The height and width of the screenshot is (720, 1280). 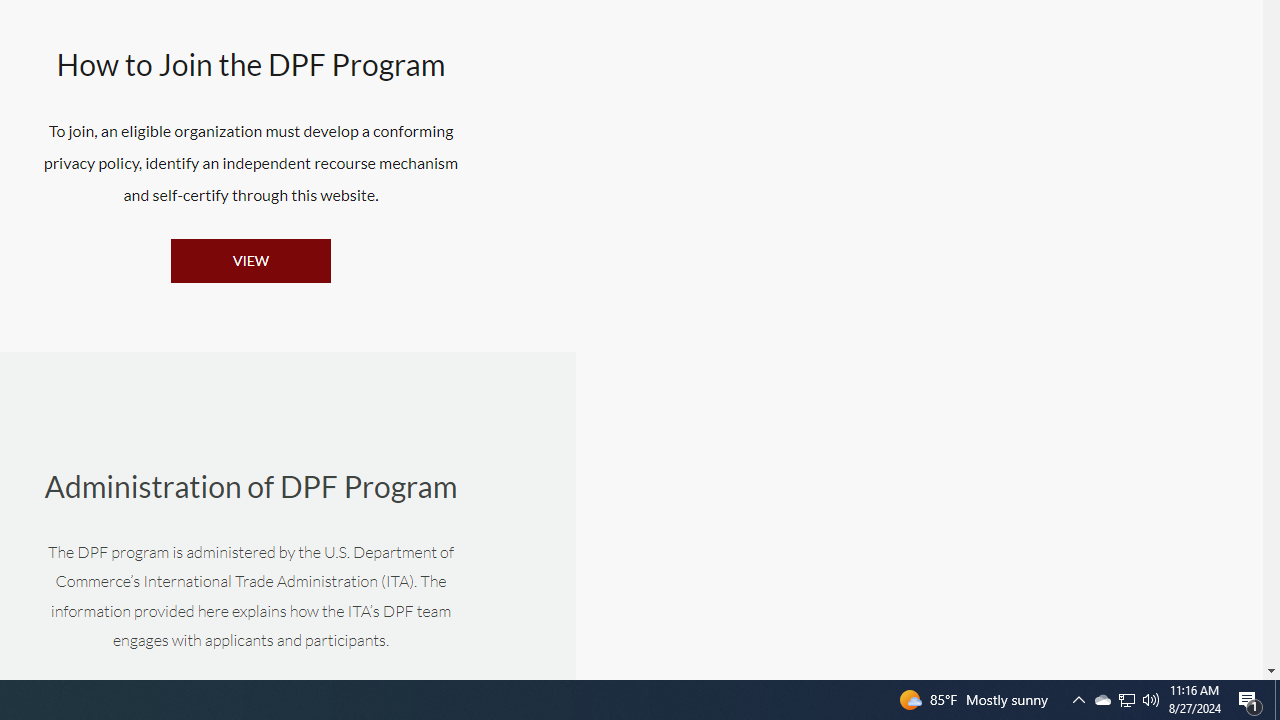 I want to click on 'VIEW', so click(x=250, y=259).